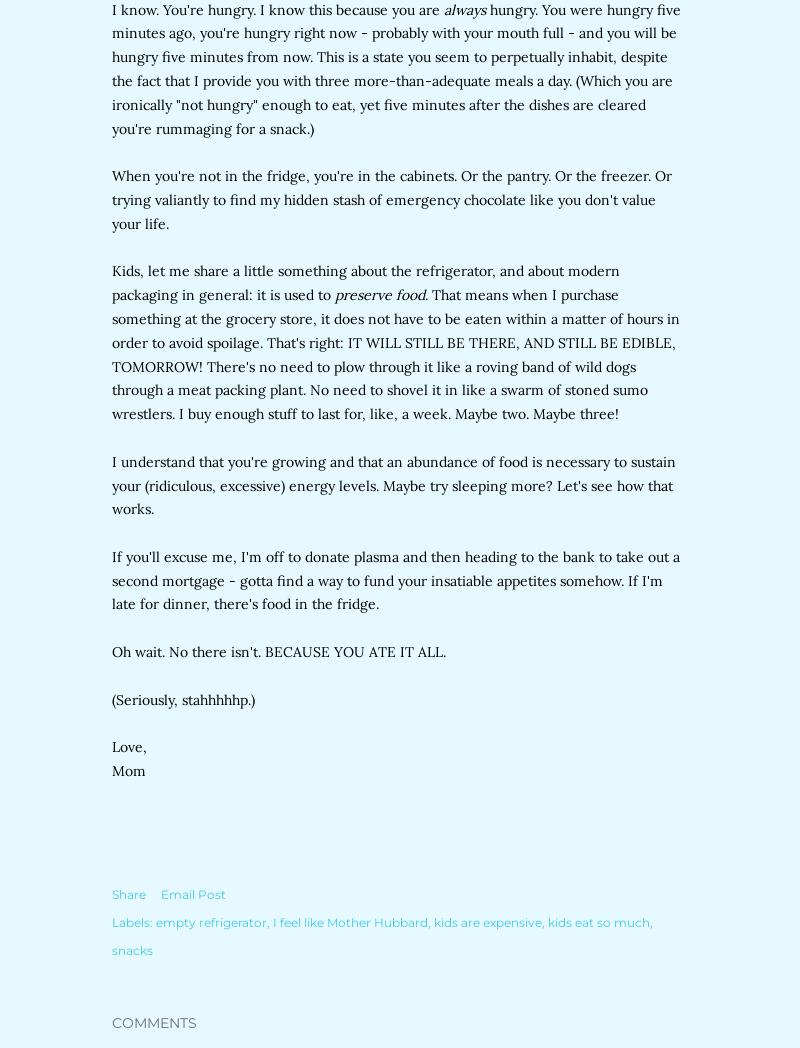  What do you see at coordinates (111, 949) in the screenshot?
I see `'snacks'` at bounding box center [111, 949].